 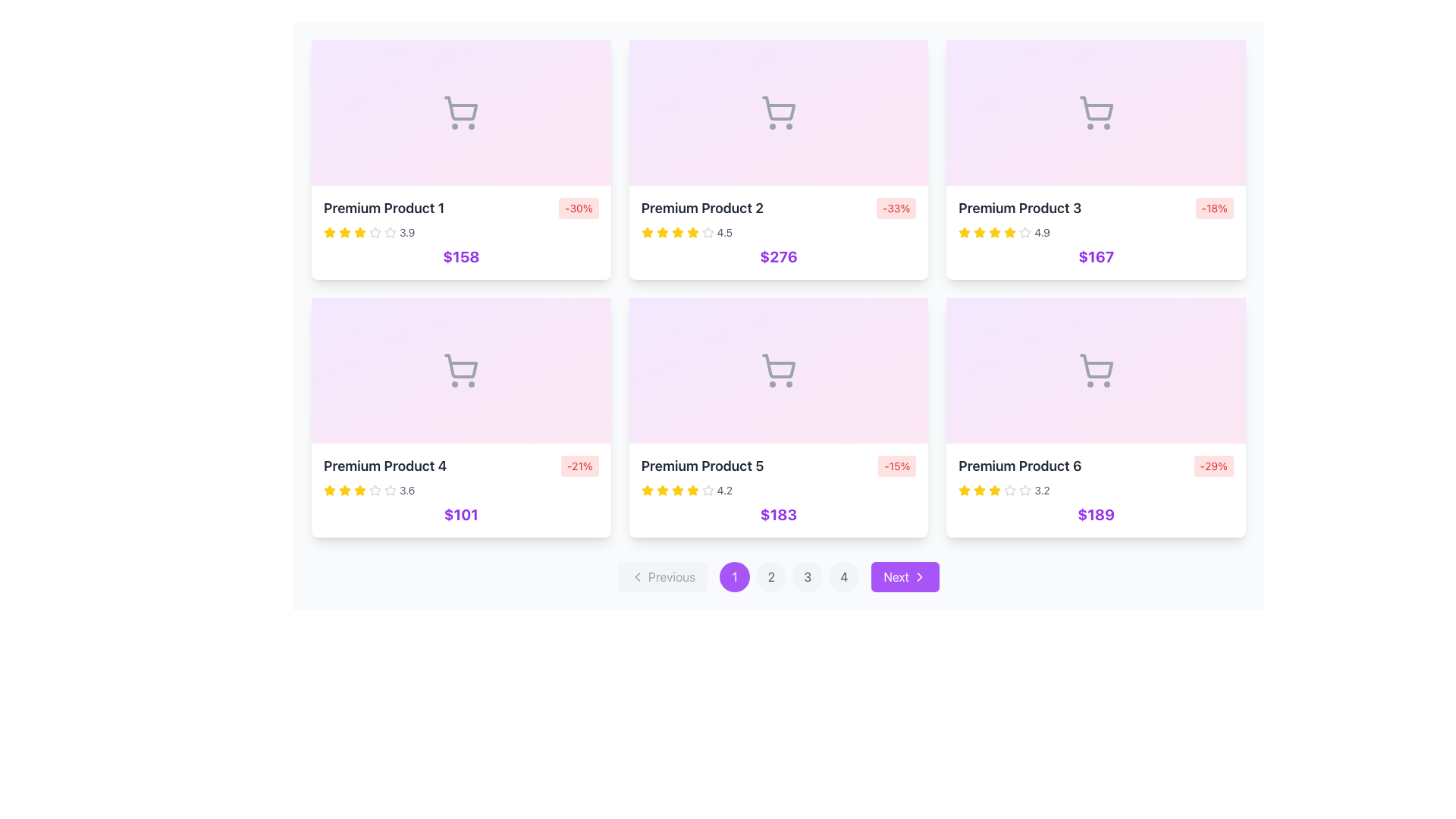 What do you see at coordinates (647, 491) in the screenshot?
I see `the first star-shaped icon in the 5-star rating display for the 'Premium Product 5' to trigger a tooltip or visual feedback` at bounding box center [647, 491].